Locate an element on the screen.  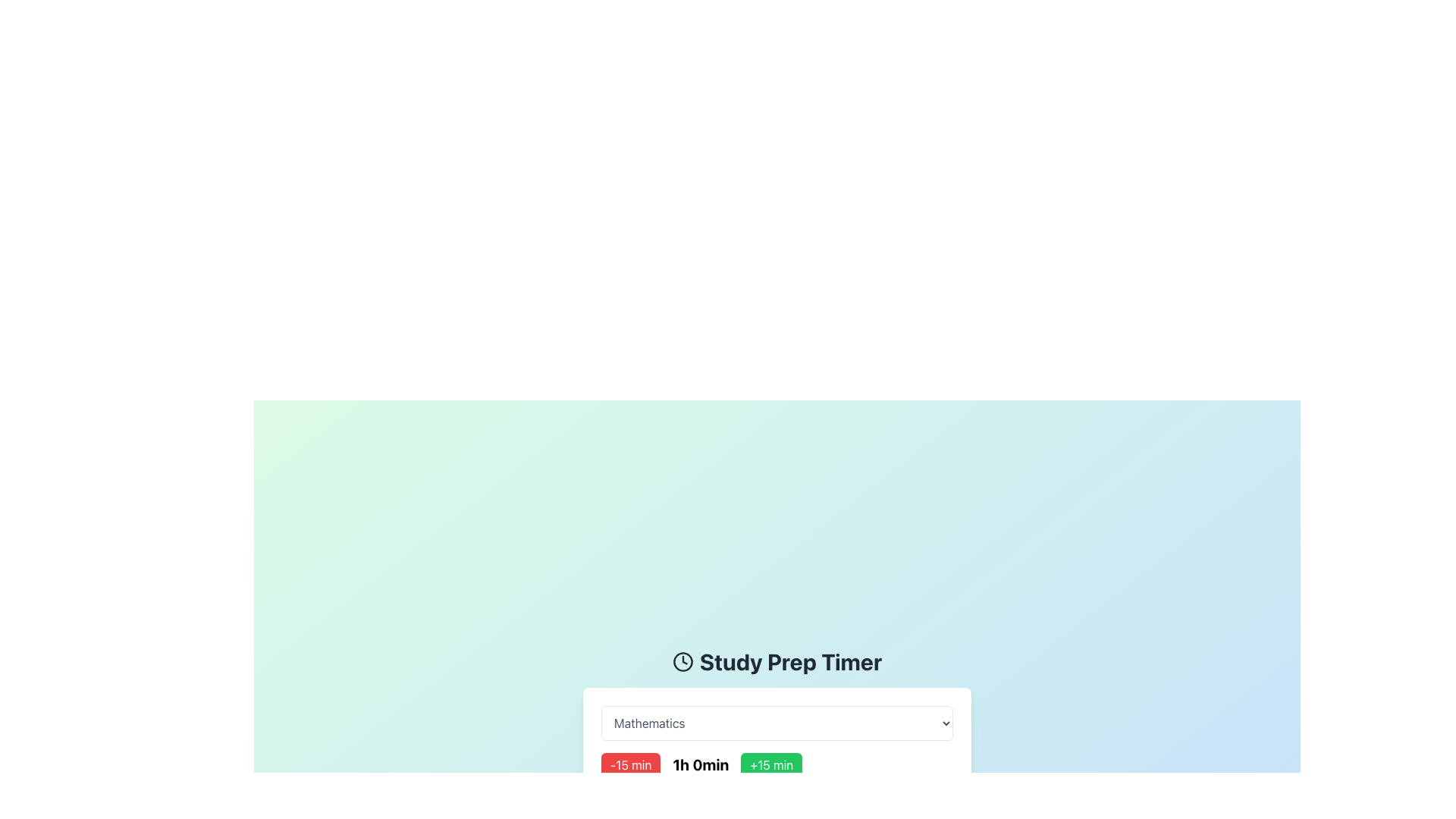
the circular SVG shape that represents the outer circle of the clock icon, located prominently in the upper center part of the interface next to the title text 'Study Prep Timer' is located at coordinates (682, 661).